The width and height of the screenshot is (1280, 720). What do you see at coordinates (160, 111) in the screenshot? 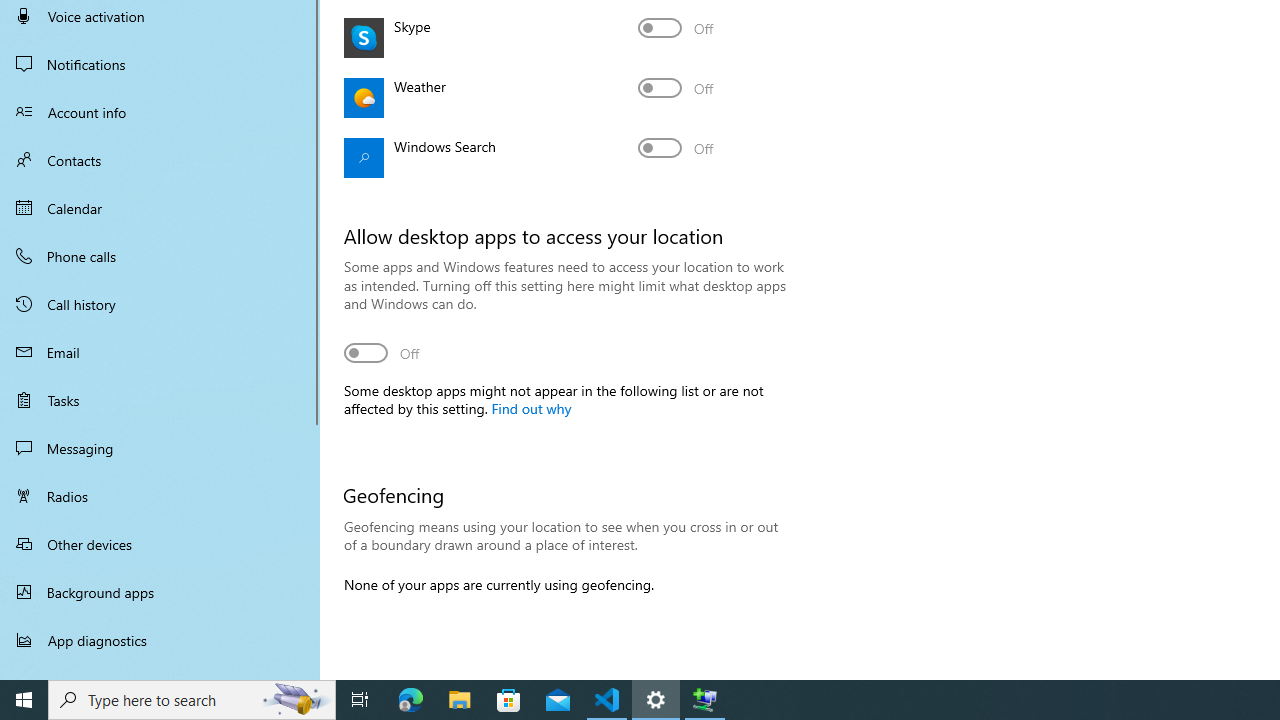
I see `'Account info'` at bounding box center [160, 111].